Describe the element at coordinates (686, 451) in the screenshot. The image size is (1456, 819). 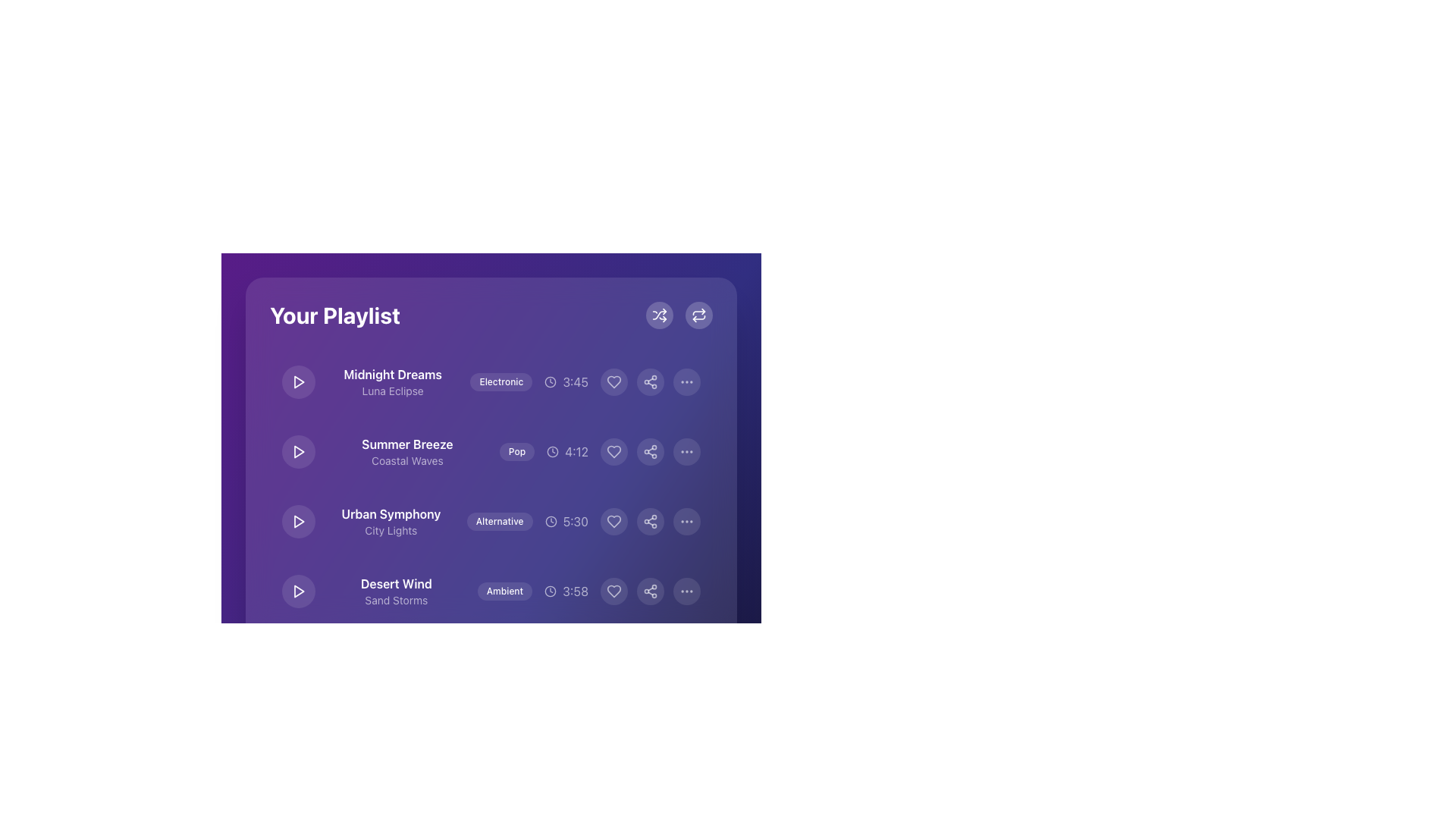
I see `the circular options menu button for the playlist item 'Summer Breeze'` at that location.